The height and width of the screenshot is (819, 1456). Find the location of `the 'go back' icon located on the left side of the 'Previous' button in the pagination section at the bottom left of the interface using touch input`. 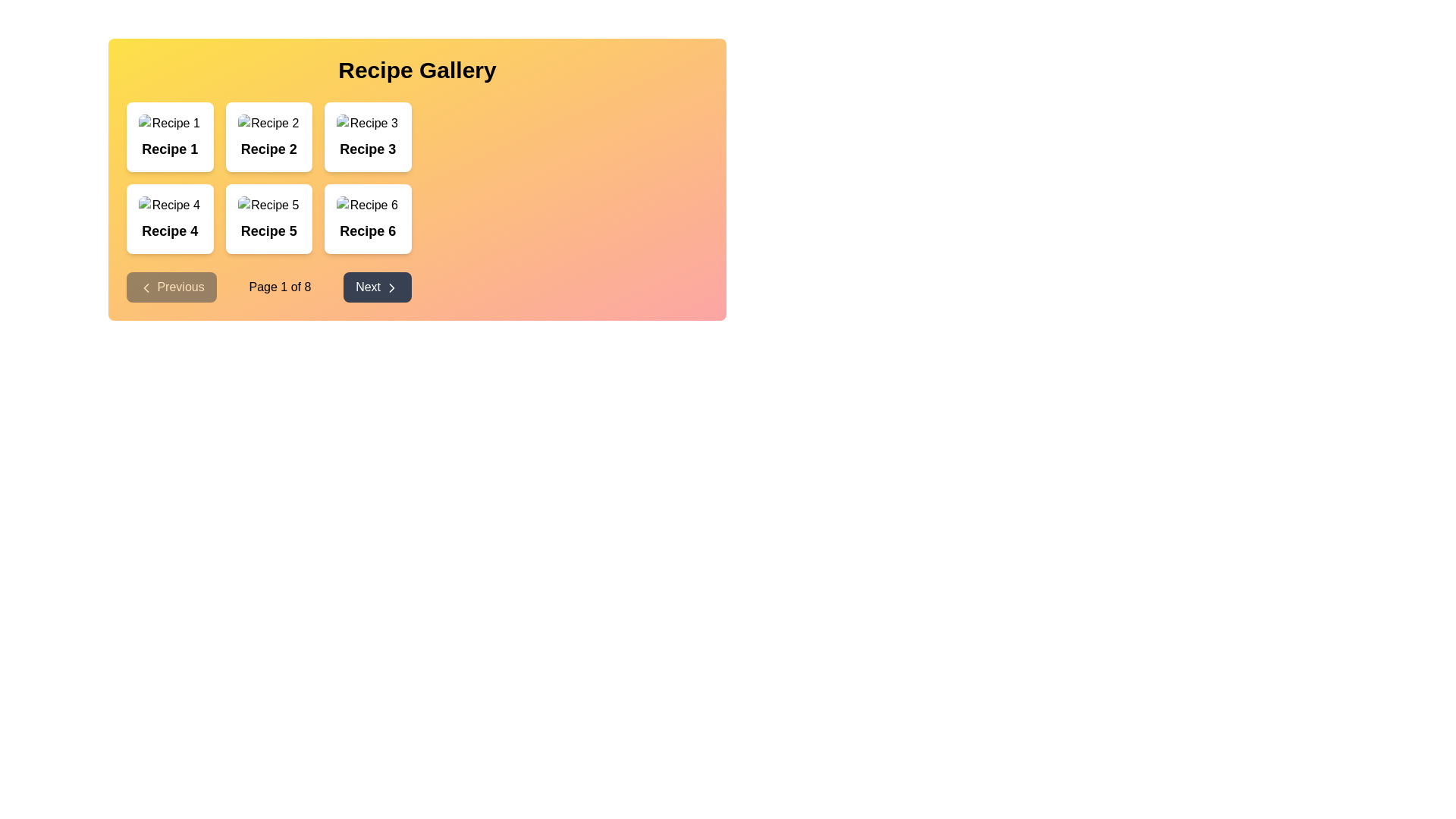

the 'go back' icon located on the left side of the 'Previous' button in the pagination section at the bottom left of the interface using touch input is located at coordinates (146, 287).